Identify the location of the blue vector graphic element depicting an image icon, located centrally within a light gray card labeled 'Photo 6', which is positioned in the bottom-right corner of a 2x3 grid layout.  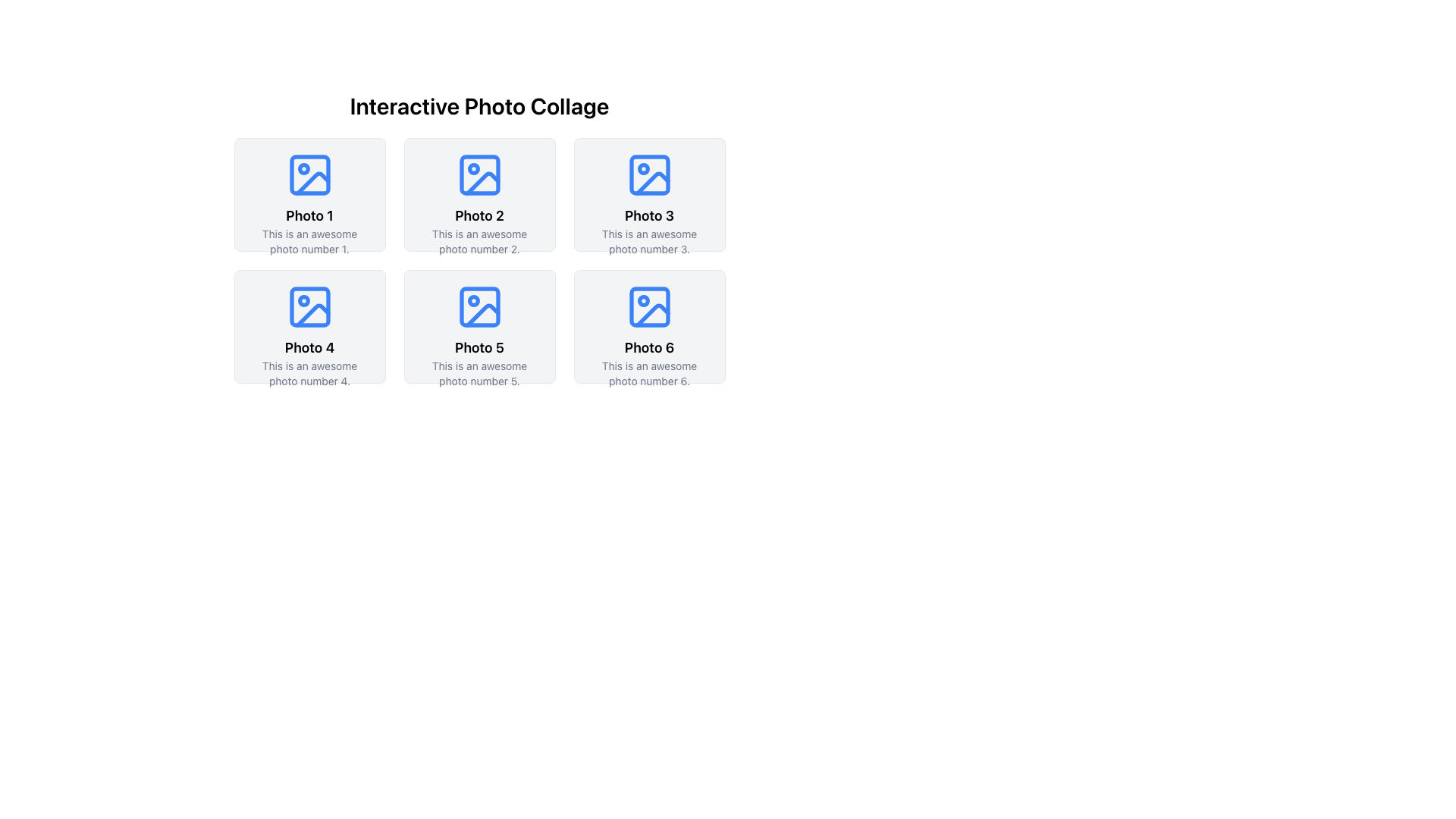
(649, 307).